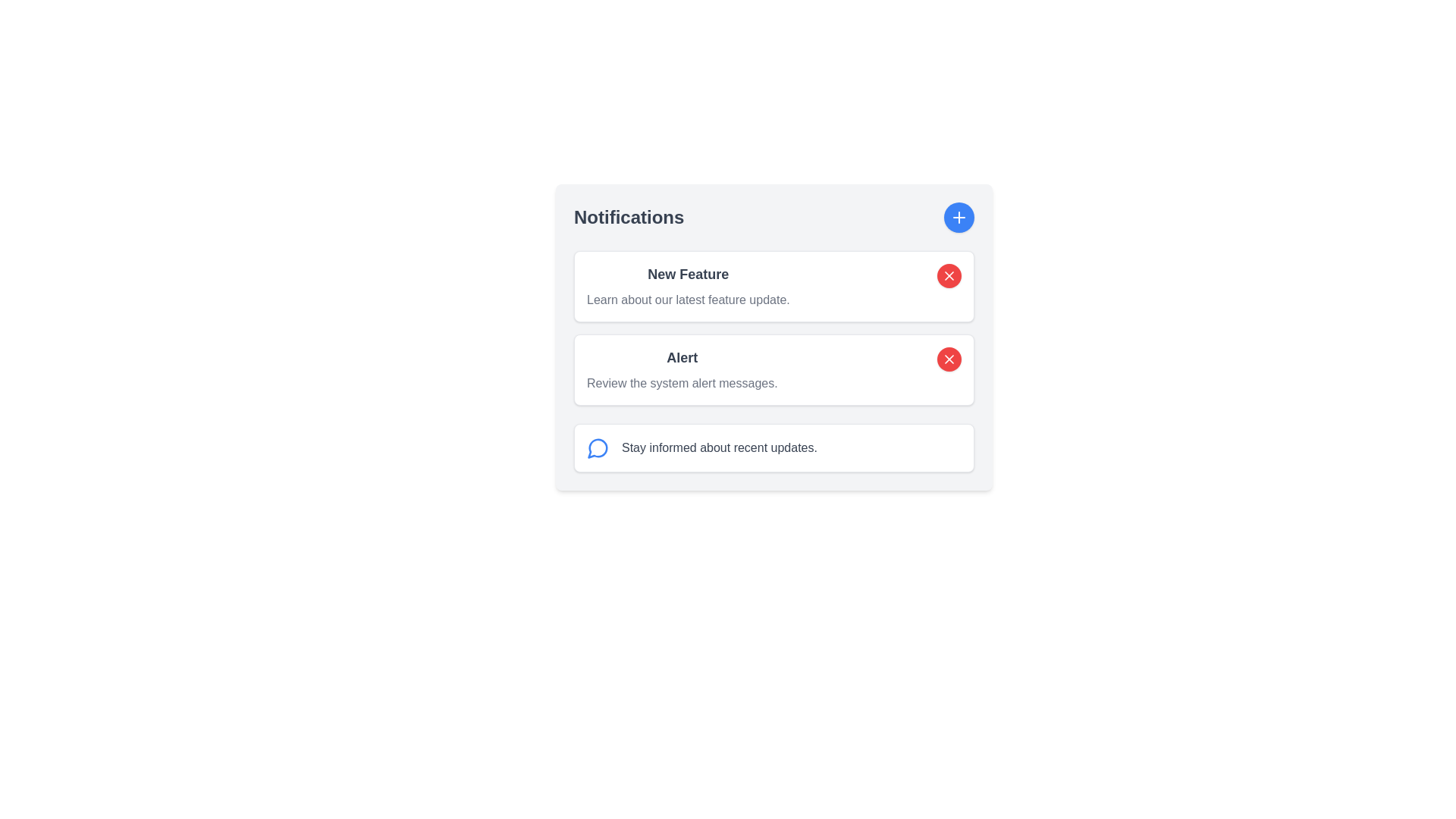  I want to click on the text 'Notifications' in the Composite header, so click(774, 217).